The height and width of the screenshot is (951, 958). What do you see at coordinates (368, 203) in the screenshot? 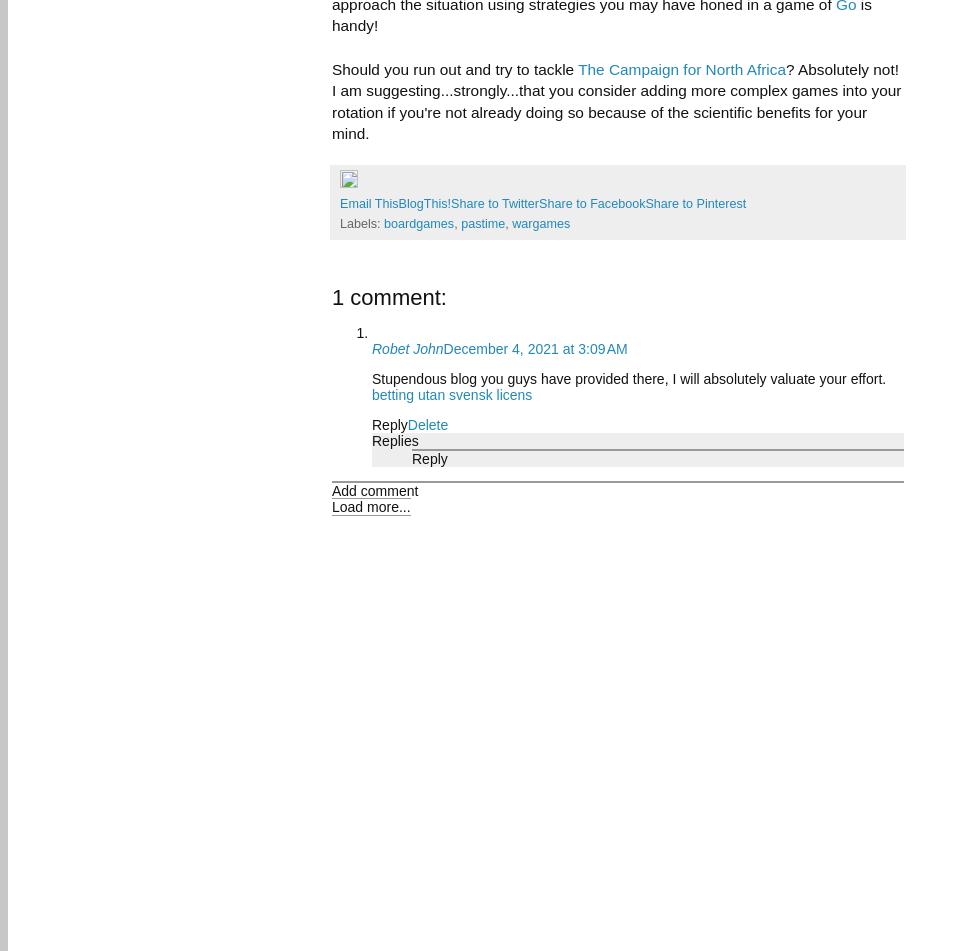
I see `'Email This'` at bounding box center [368, 203].